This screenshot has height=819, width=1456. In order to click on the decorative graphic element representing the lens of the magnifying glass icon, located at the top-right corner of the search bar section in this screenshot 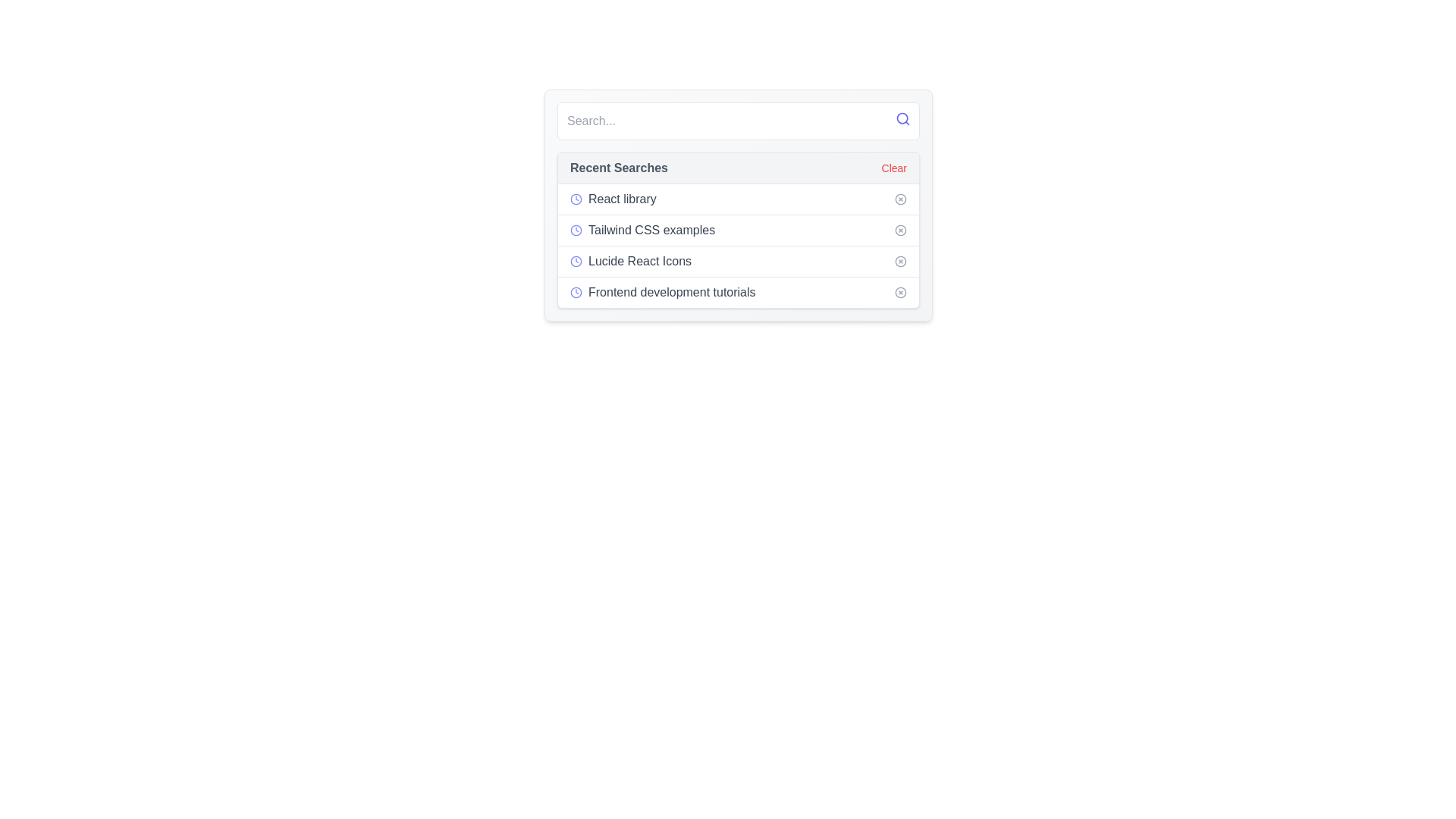, I will do `click(902, 118)`.